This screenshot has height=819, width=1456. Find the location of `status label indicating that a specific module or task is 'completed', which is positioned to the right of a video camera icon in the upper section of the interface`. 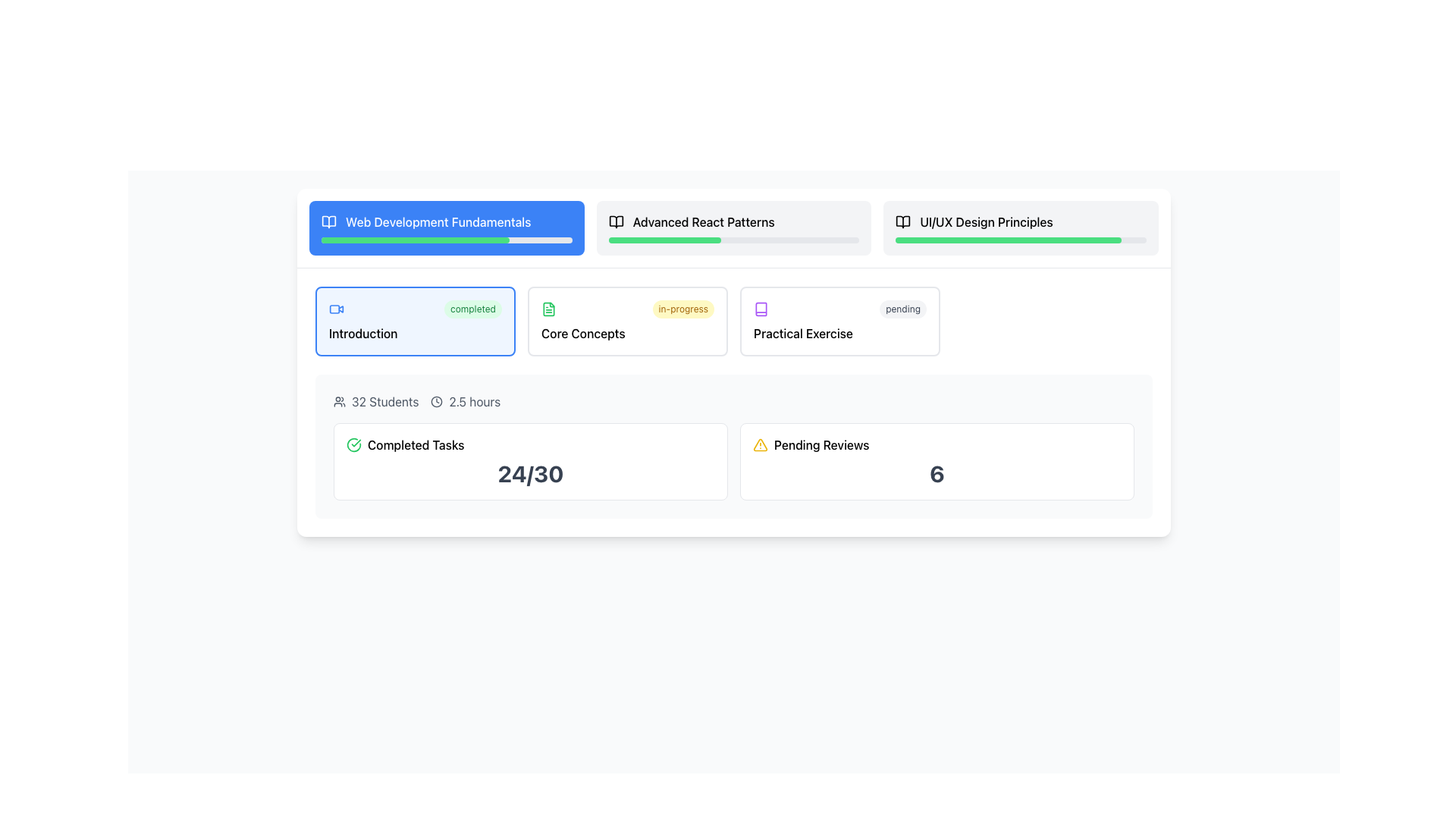

status label indicating that a specific module or task is 'completed', which is positioned to the right of a video camera icon in the upper section of the interface is located at coordinates (472, 309).